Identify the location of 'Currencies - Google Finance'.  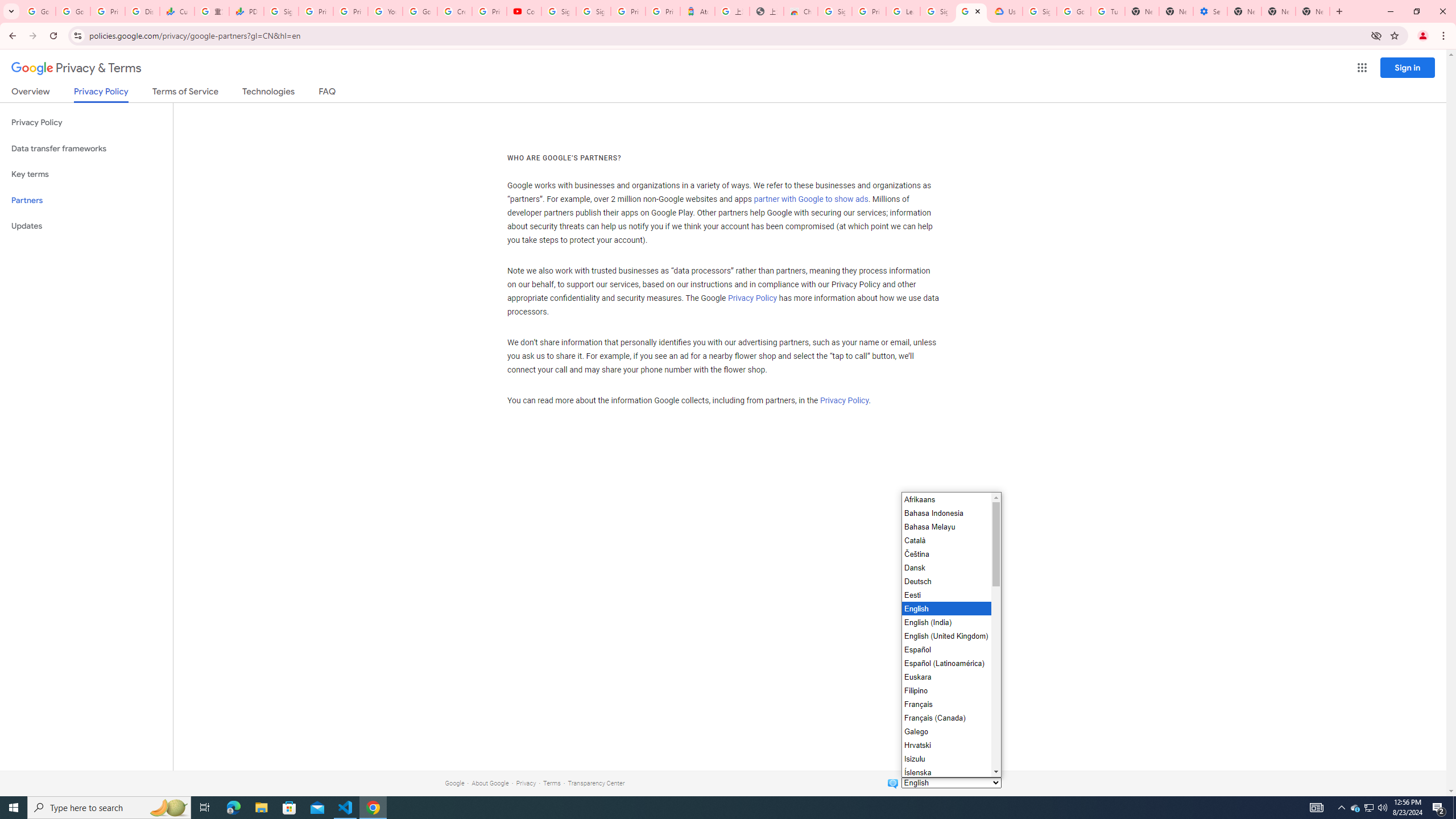
(176, 11).